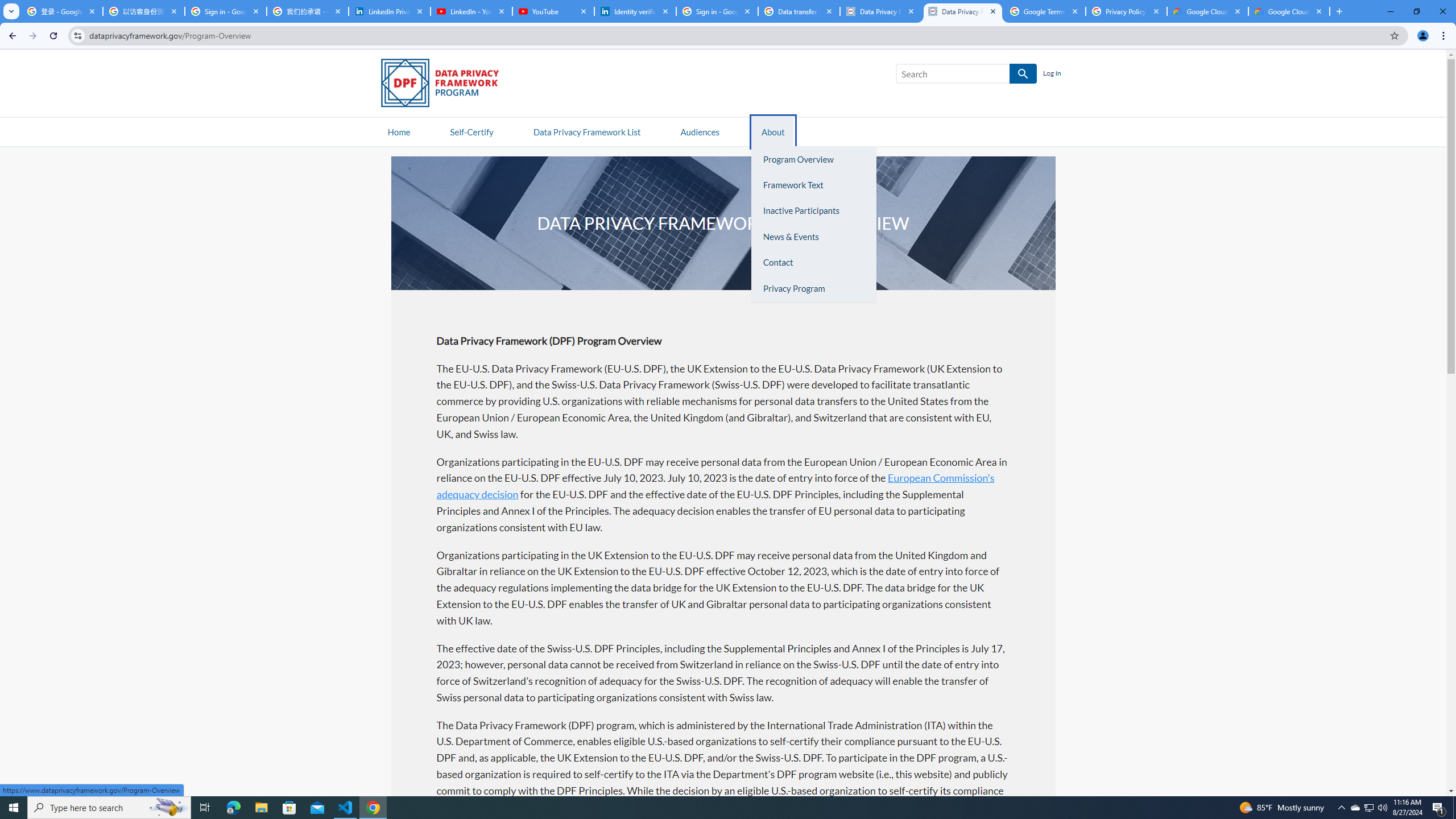  What do you see at coordinates (552, 11) in the screenshot?
I see `'YouTube'` at bounding box center [552, 11].